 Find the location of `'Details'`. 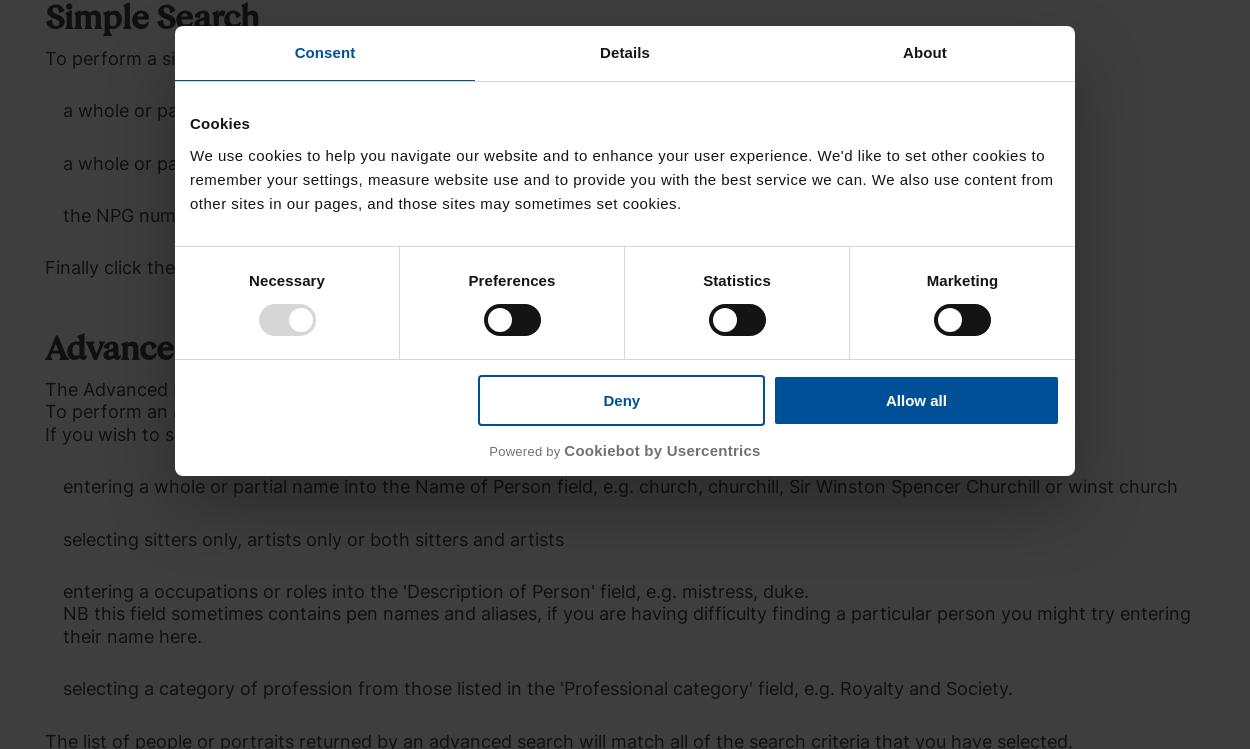

'Details' is located at coordinates (599, 52).